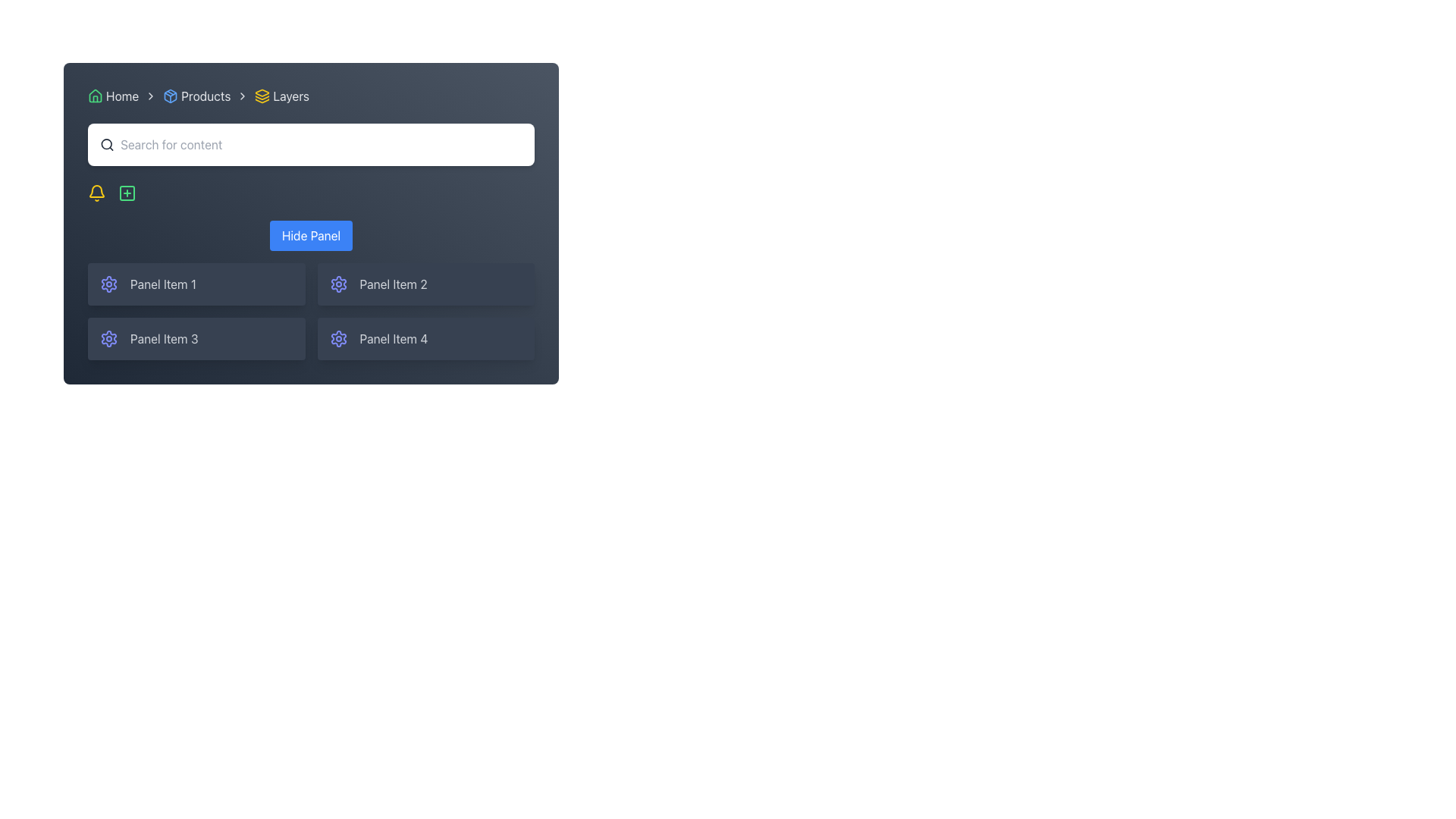  What do you see at coordinates (108, 284) in the screenshot?
I see `the settings icon located in the top-left corner of the panel, which represents configuration options` at bounding box center [108, 284].